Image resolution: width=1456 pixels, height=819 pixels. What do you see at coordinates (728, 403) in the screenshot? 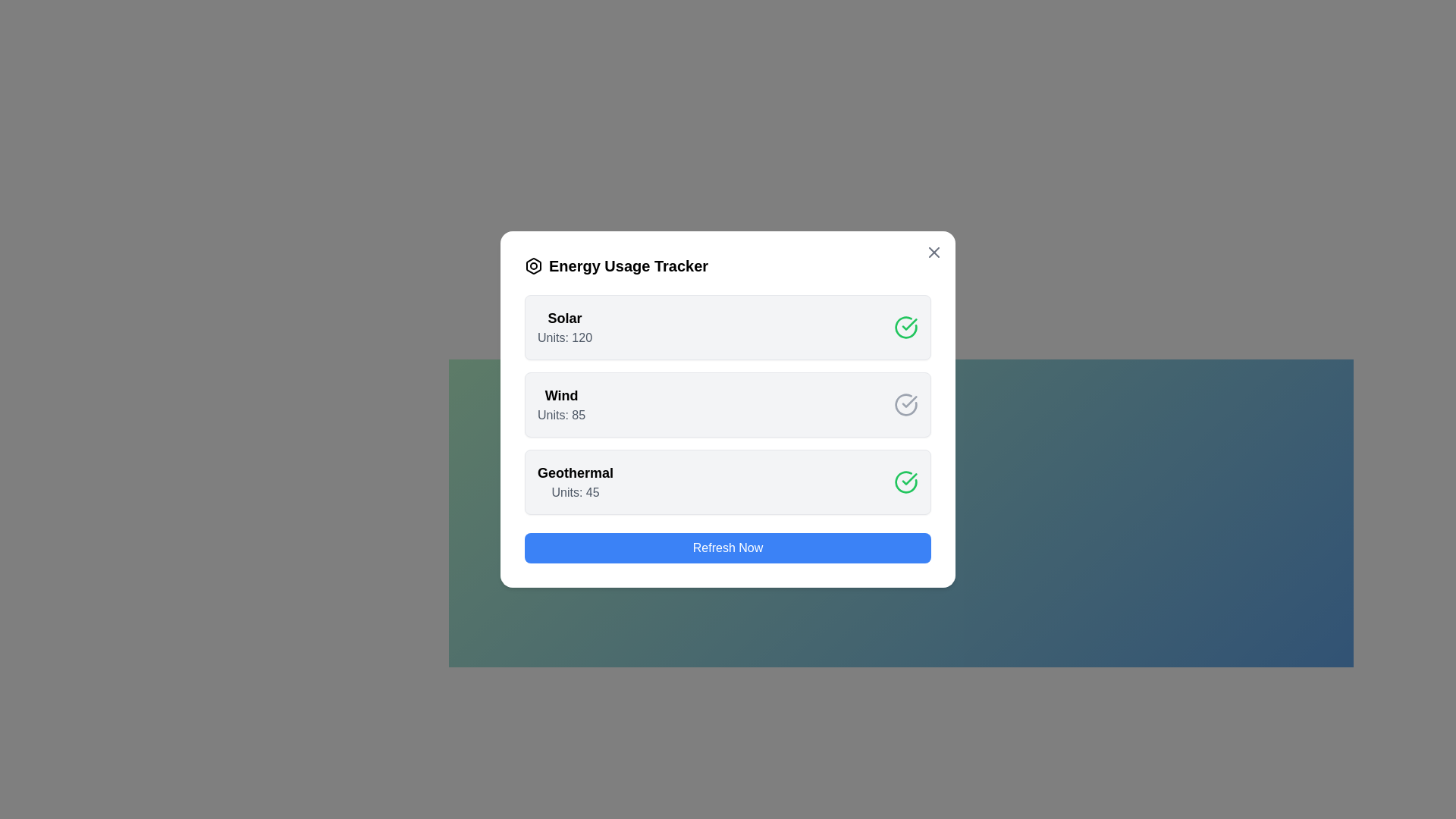
I see `the second informational card representing 'Wind' energy usage data in the 'Energy Usage Tracker' section` at bounding box center [728, 403].